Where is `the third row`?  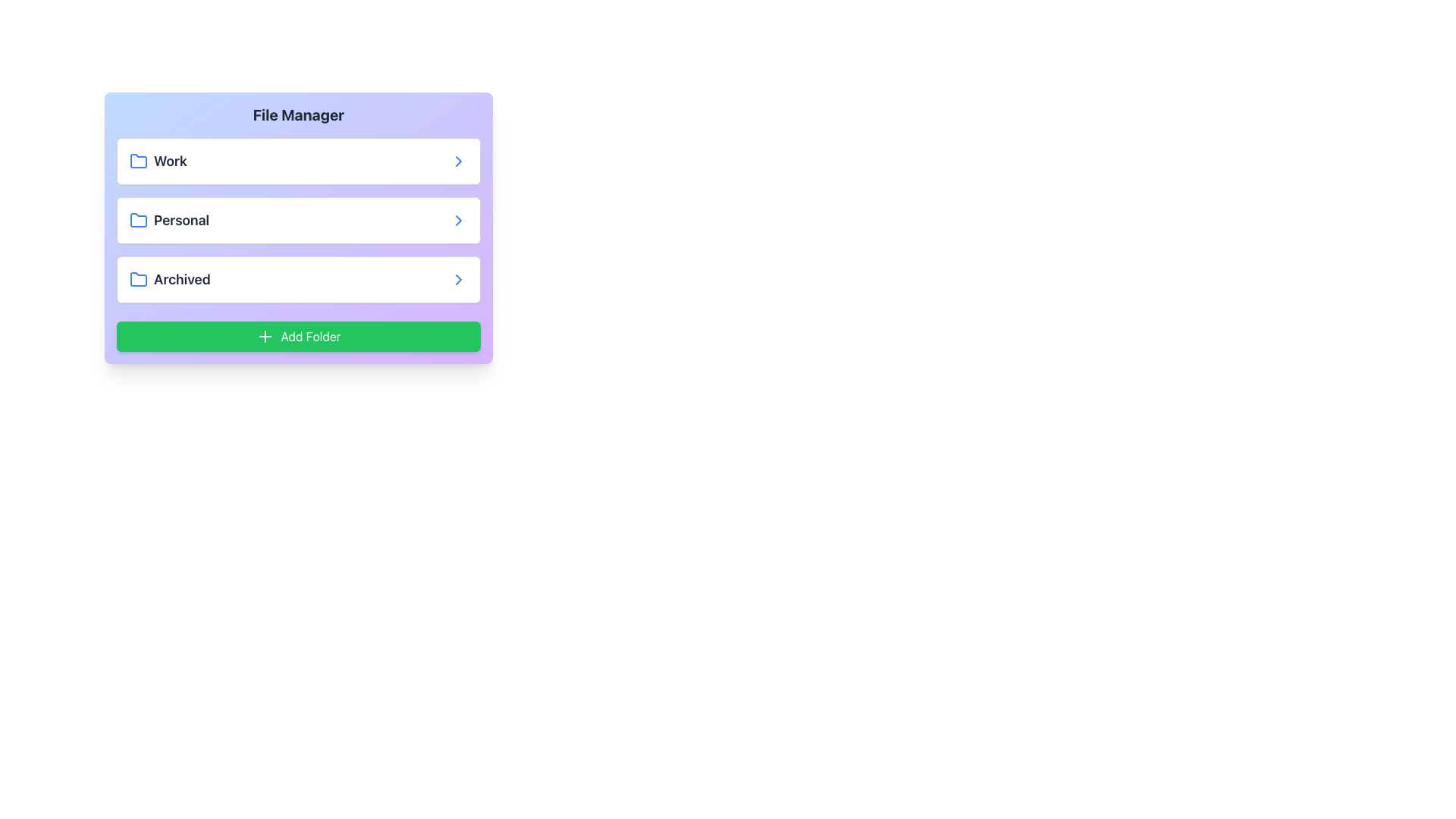
the third row is located at coordinates (298, 280).